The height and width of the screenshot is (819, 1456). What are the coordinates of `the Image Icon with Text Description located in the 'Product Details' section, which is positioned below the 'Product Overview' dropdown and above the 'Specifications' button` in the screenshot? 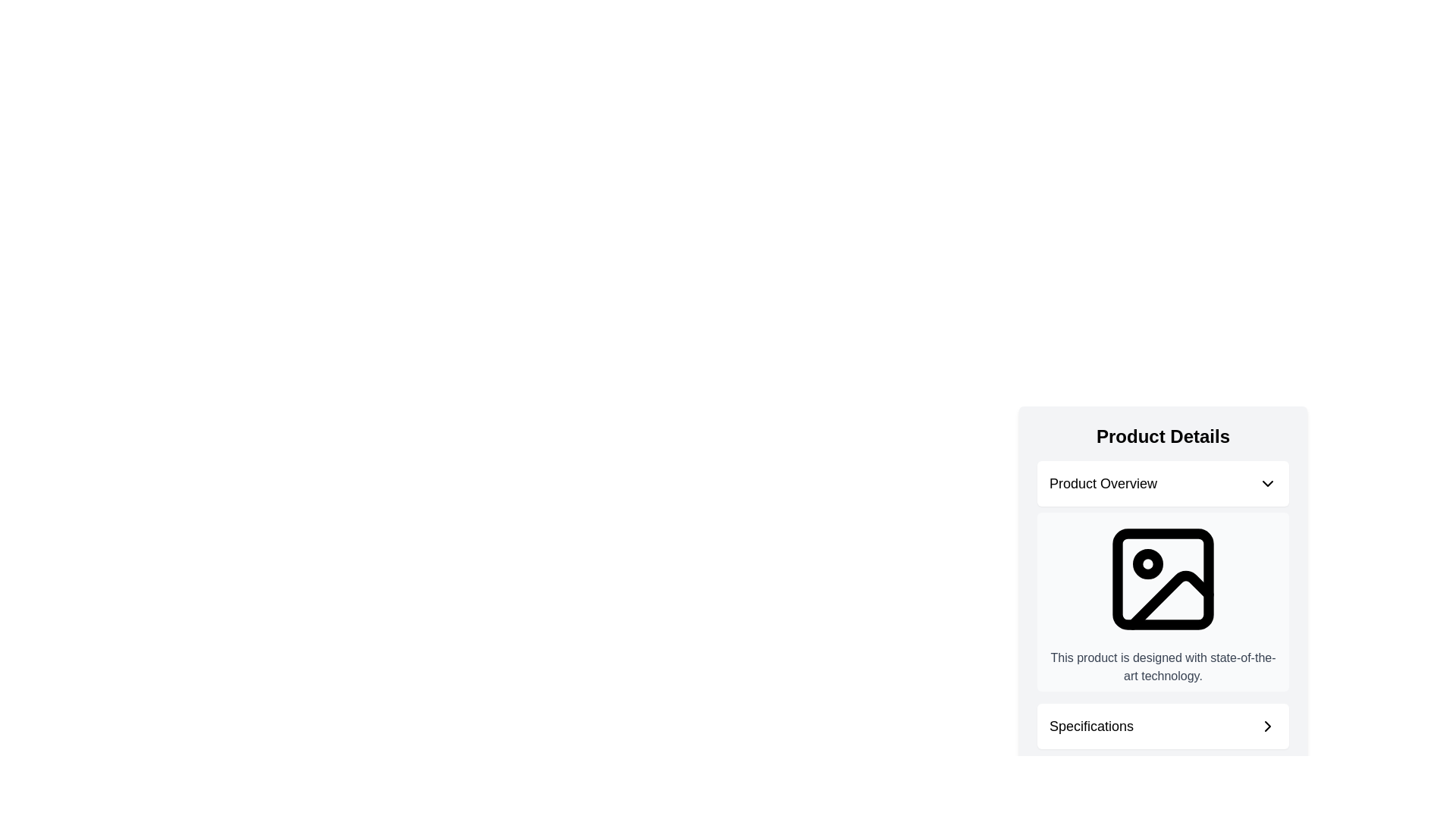 It's located at (1163, 571).